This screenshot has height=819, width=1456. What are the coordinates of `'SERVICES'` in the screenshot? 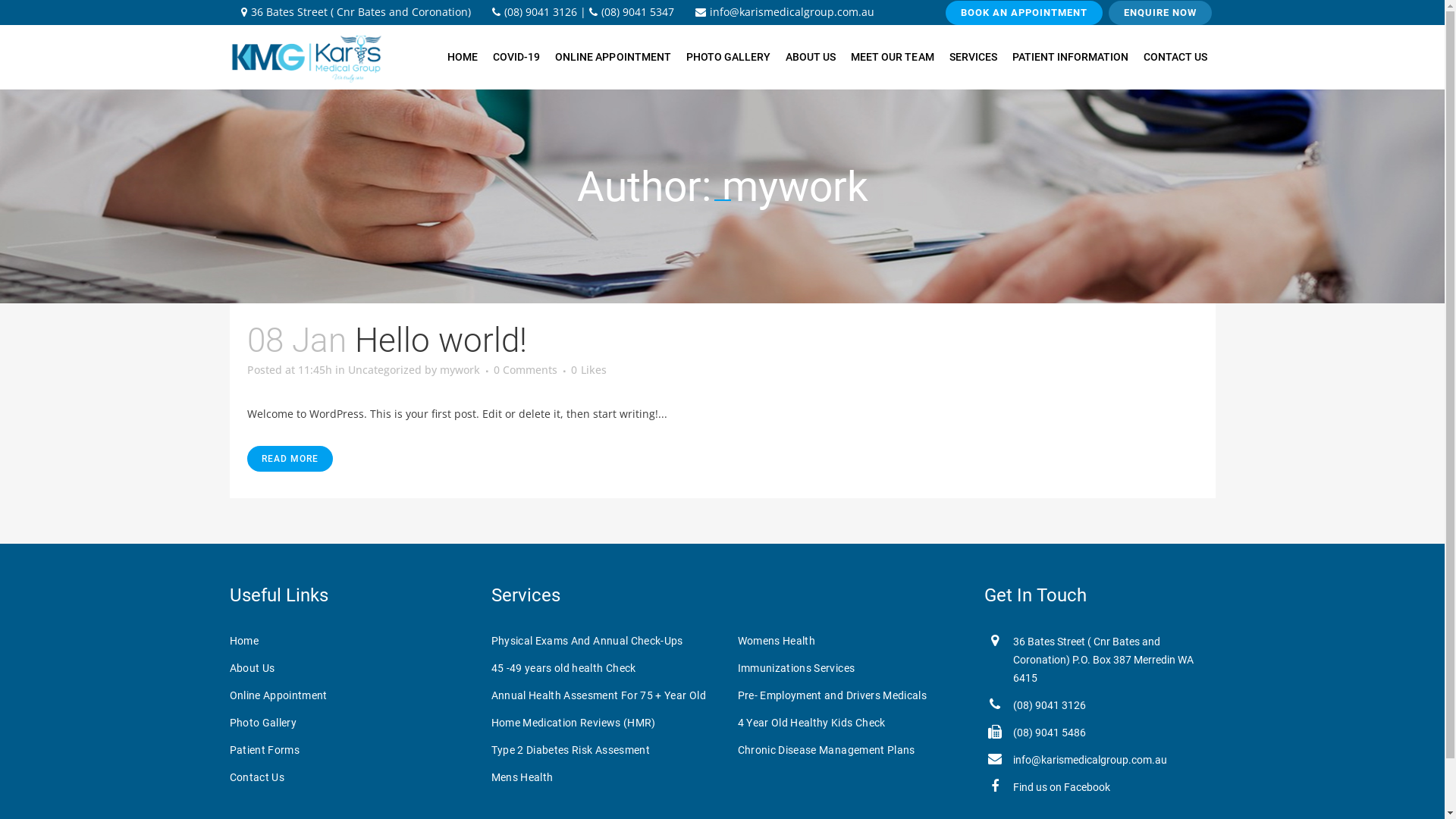 It's located at (973, 56).